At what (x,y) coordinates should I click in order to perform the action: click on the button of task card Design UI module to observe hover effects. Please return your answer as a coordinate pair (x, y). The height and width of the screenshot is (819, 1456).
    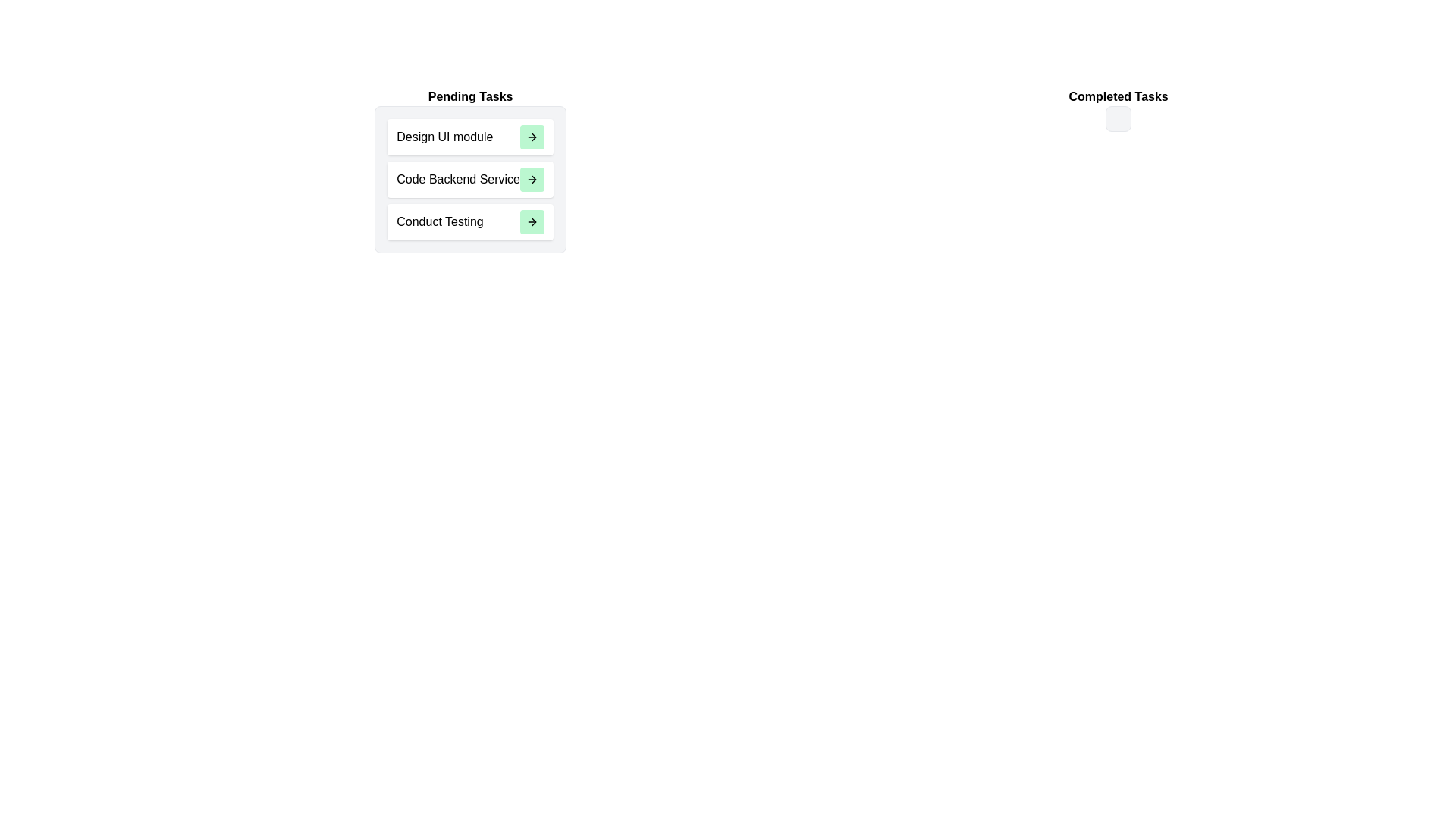
    Looking at the image, I should click on (532, 137).